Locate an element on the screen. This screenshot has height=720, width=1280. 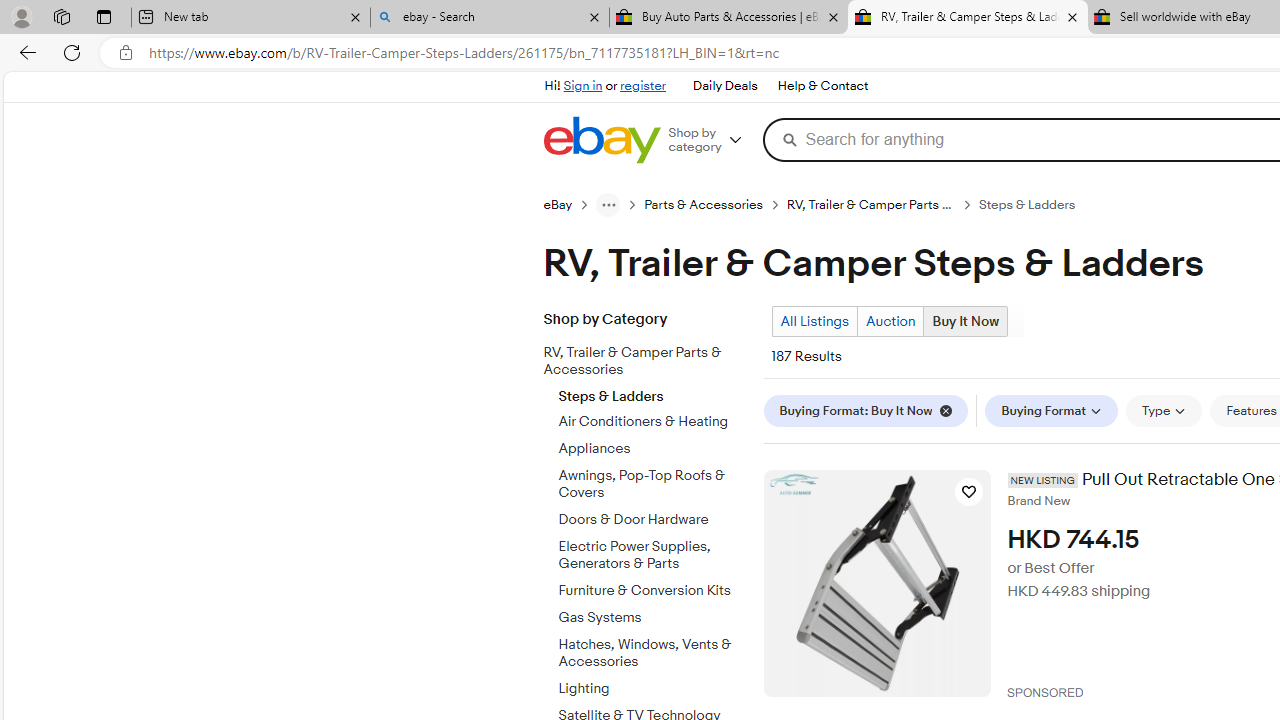
'Buy It Now' is located at coordinates (965, 320).